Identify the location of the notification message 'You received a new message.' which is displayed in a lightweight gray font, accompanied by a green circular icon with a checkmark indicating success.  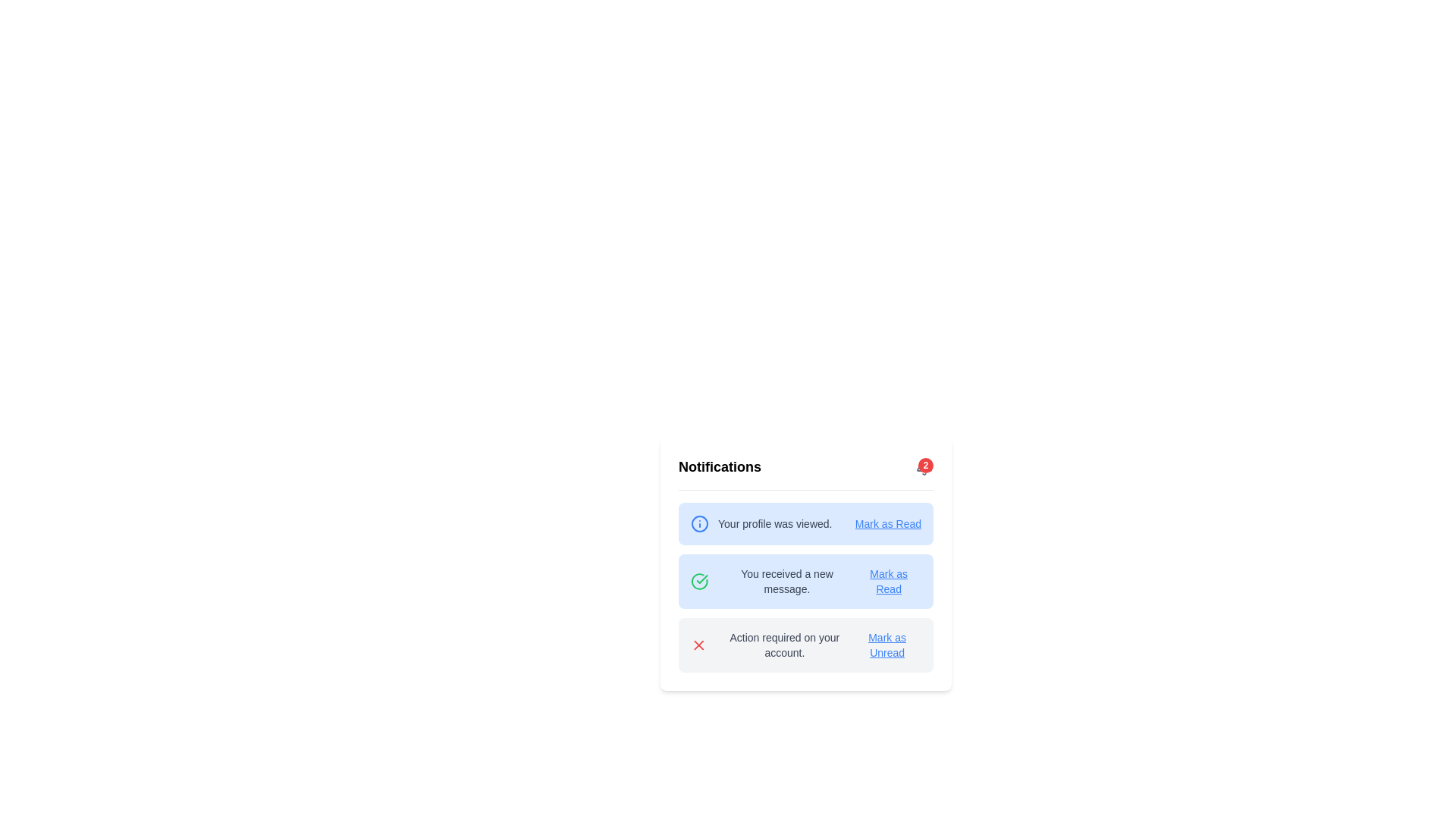
(773, 581).